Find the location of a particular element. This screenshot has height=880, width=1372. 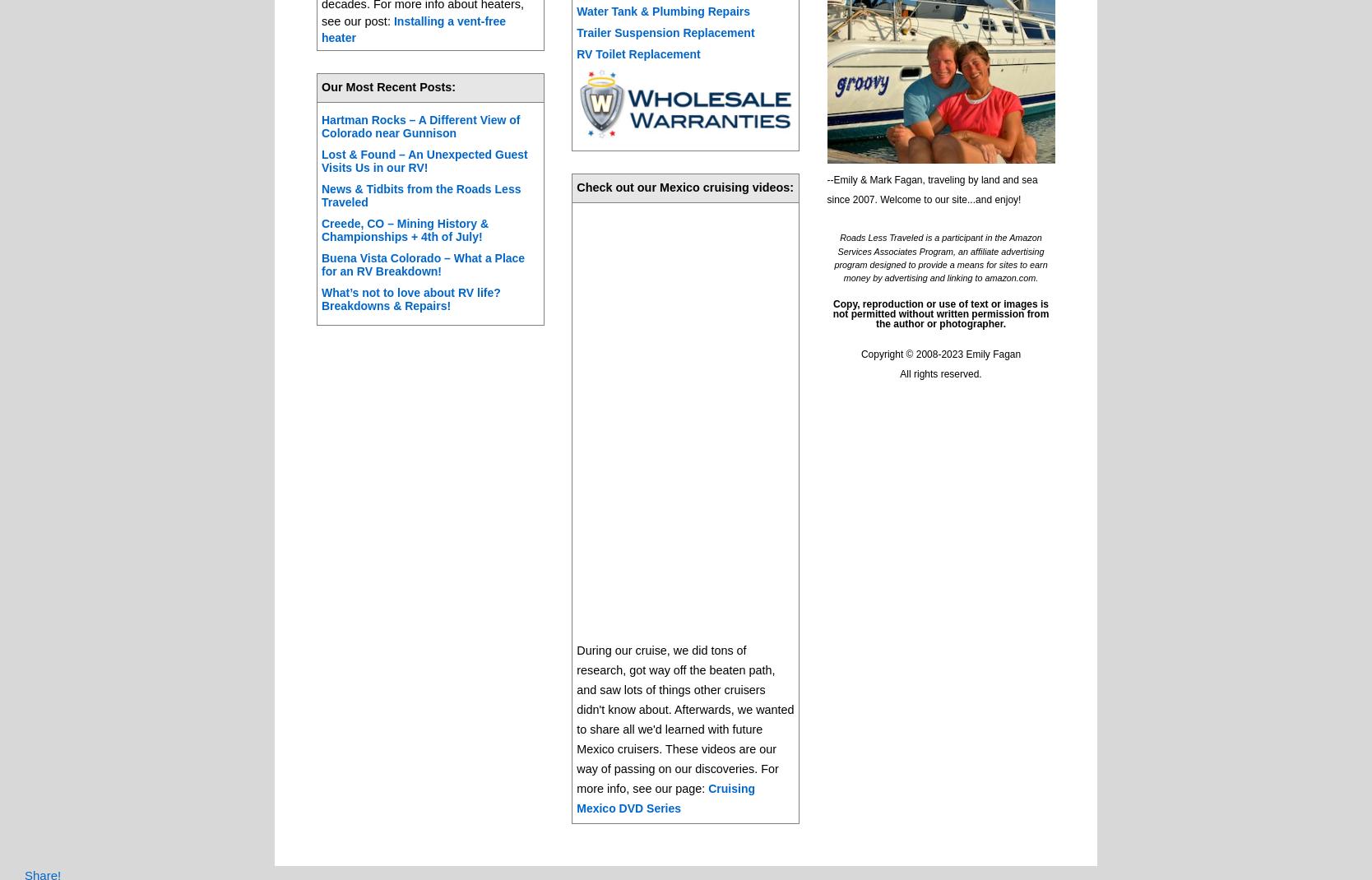

'Water Tank & Plumbing Repairs' is located at coordinates (662, 9).